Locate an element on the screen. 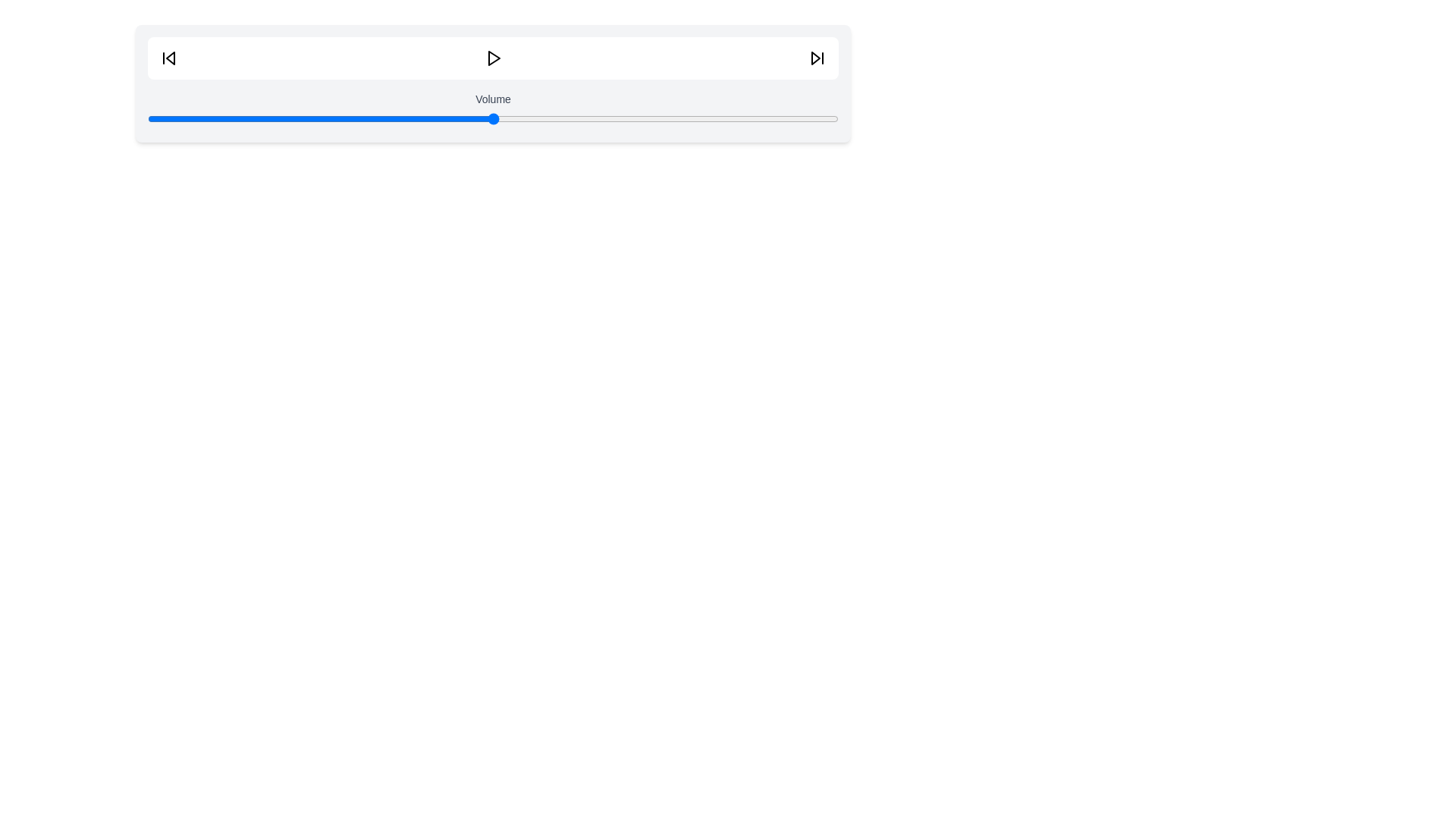 This screenshot has height=819, width=1456. the skip-forward button located at the far right of the horizontal control bar to jump to the next item or segment is located at coordinates (817, 58).